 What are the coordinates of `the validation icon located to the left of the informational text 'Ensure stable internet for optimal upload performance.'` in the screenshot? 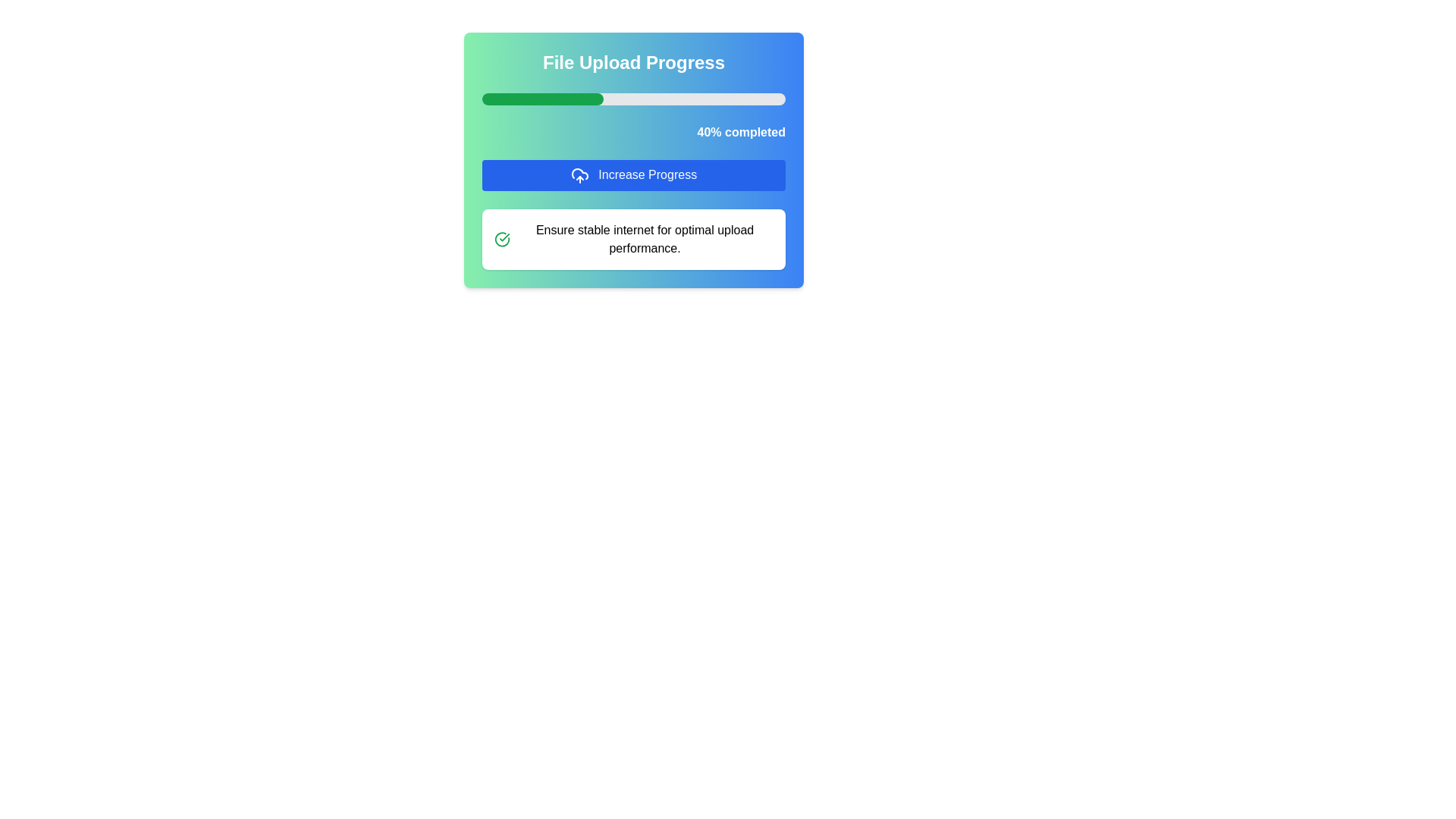 It's located at (502, 239).